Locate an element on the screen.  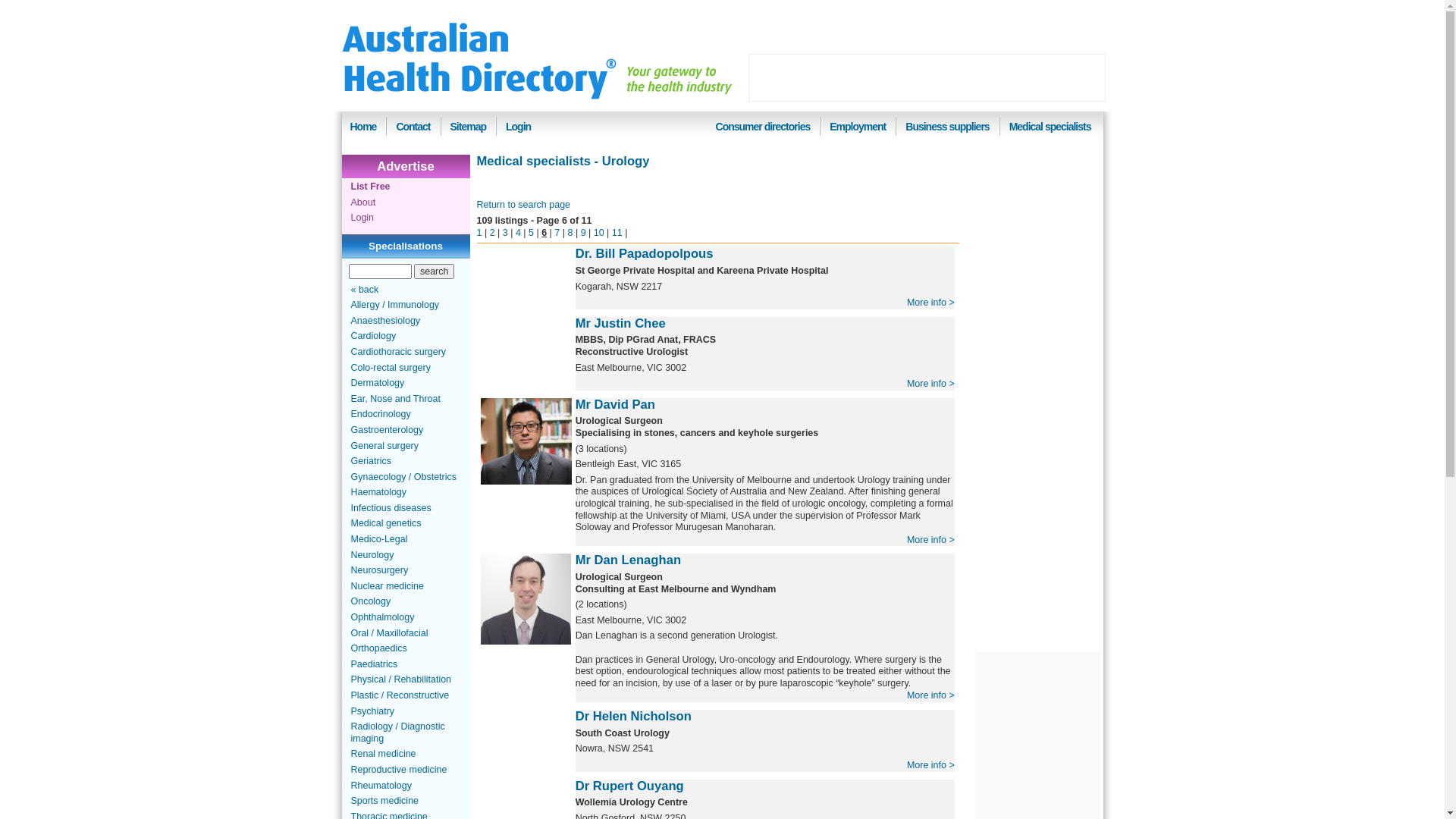
'About' is located at coordinates (362, 201).